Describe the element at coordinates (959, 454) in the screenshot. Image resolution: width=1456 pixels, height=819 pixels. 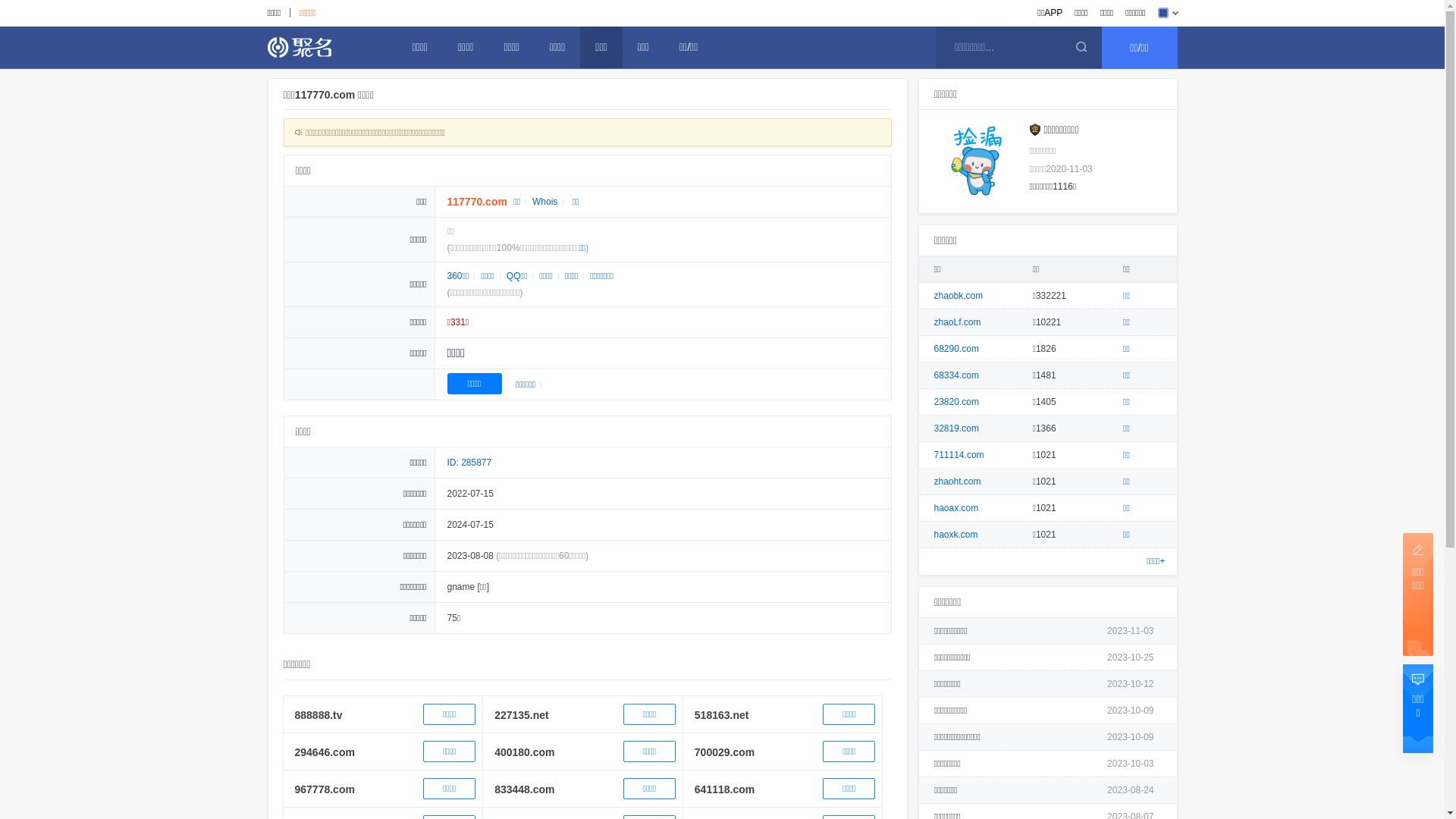
I see `'711114.com'` at that location.